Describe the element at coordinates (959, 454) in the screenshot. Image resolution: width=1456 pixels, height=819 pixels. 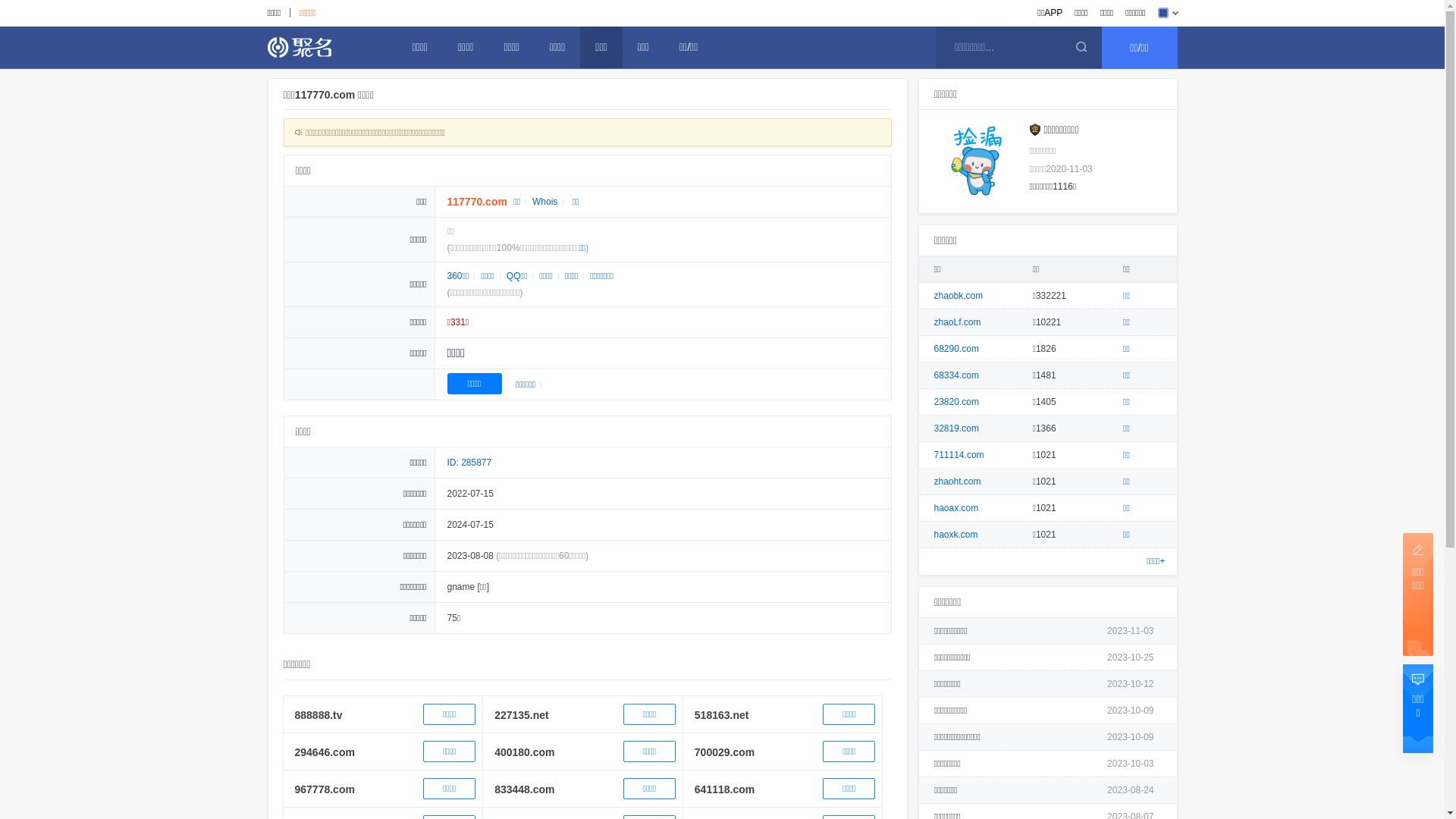
I see `'711114.com'` at that location.